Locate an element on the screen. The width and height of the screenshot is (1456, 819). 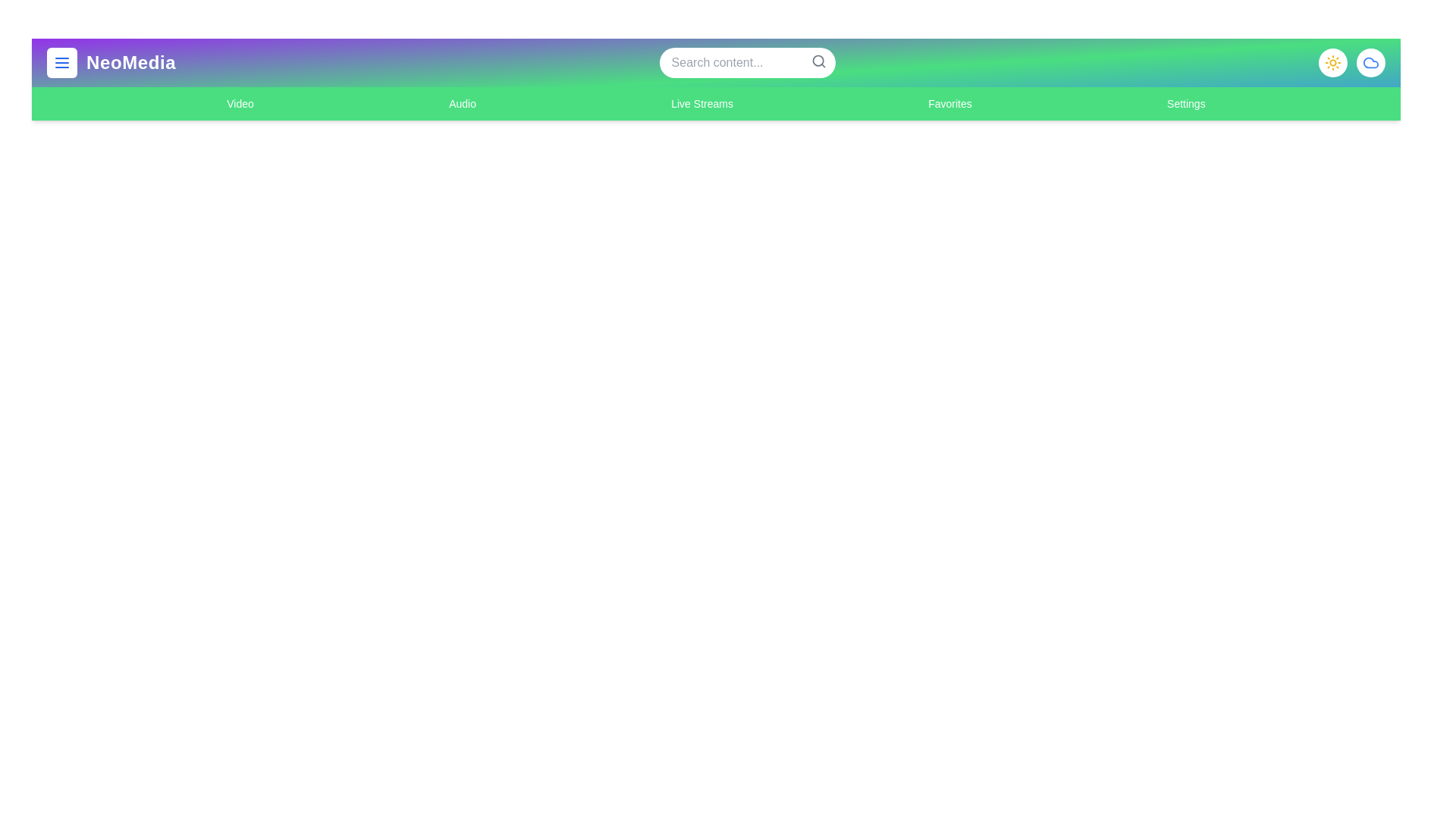
the cloud icon to toggle the weather-related feature is located at coordinates (1371, 62).